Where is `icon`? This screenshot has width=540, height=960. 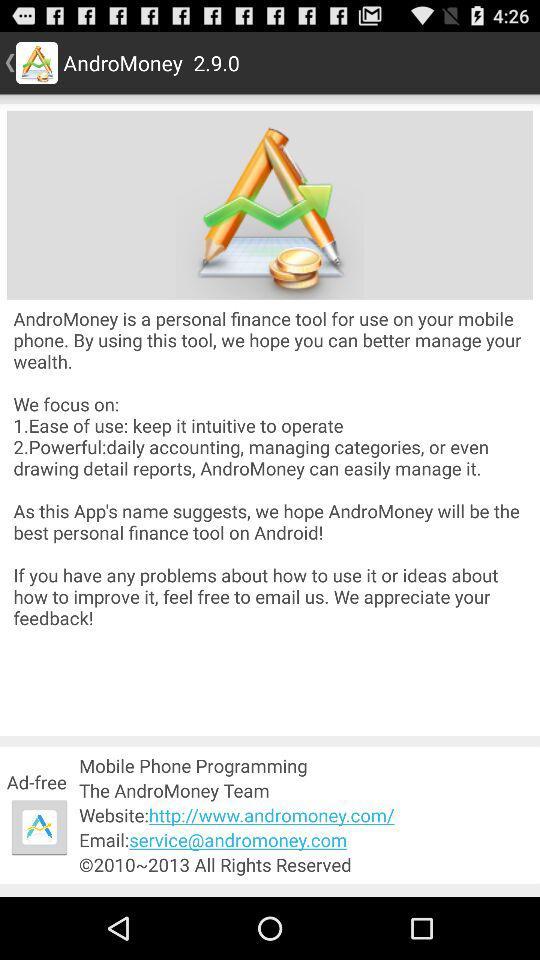
icon is located at coordinates (39, 827).